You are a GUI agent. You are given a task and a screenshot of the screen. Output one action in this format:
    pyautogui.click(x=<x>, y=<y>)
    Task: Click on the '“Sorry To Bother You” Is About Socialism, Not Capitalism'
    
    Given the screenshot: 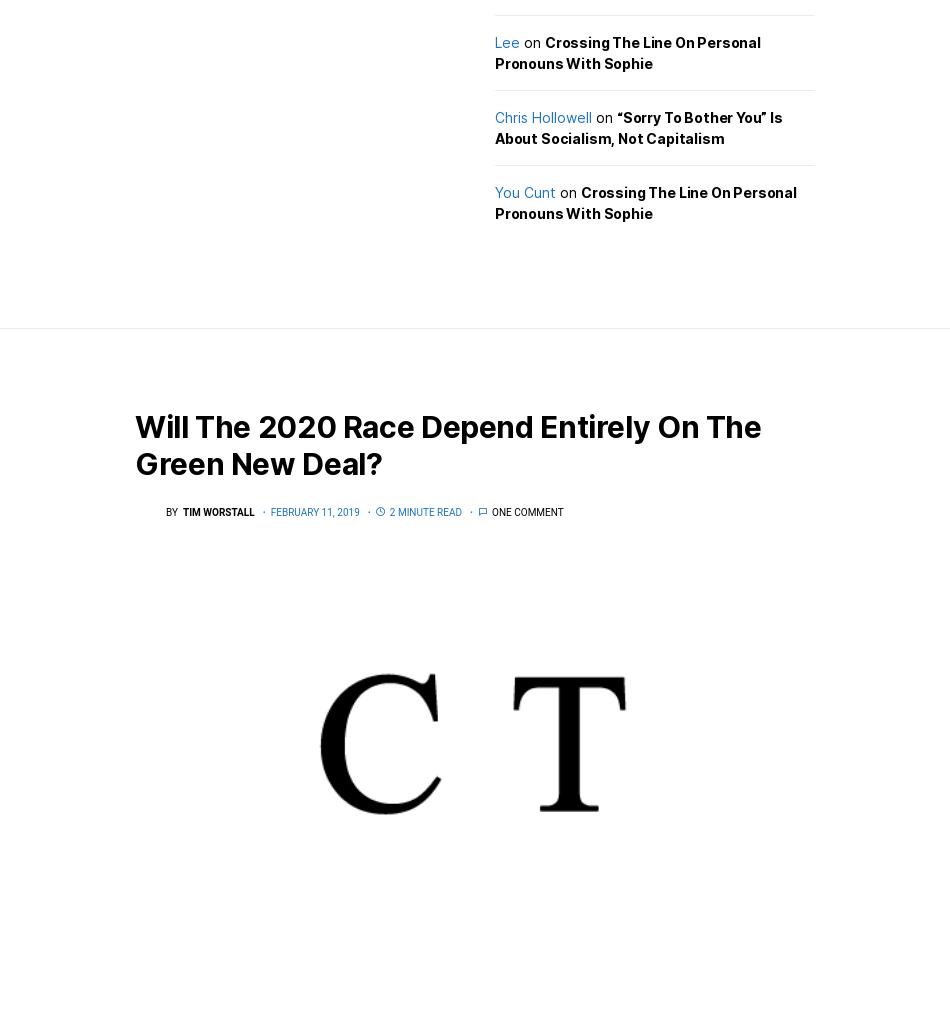 What is the action you would take?
    pyautogui.click(x=638, y=126)
    